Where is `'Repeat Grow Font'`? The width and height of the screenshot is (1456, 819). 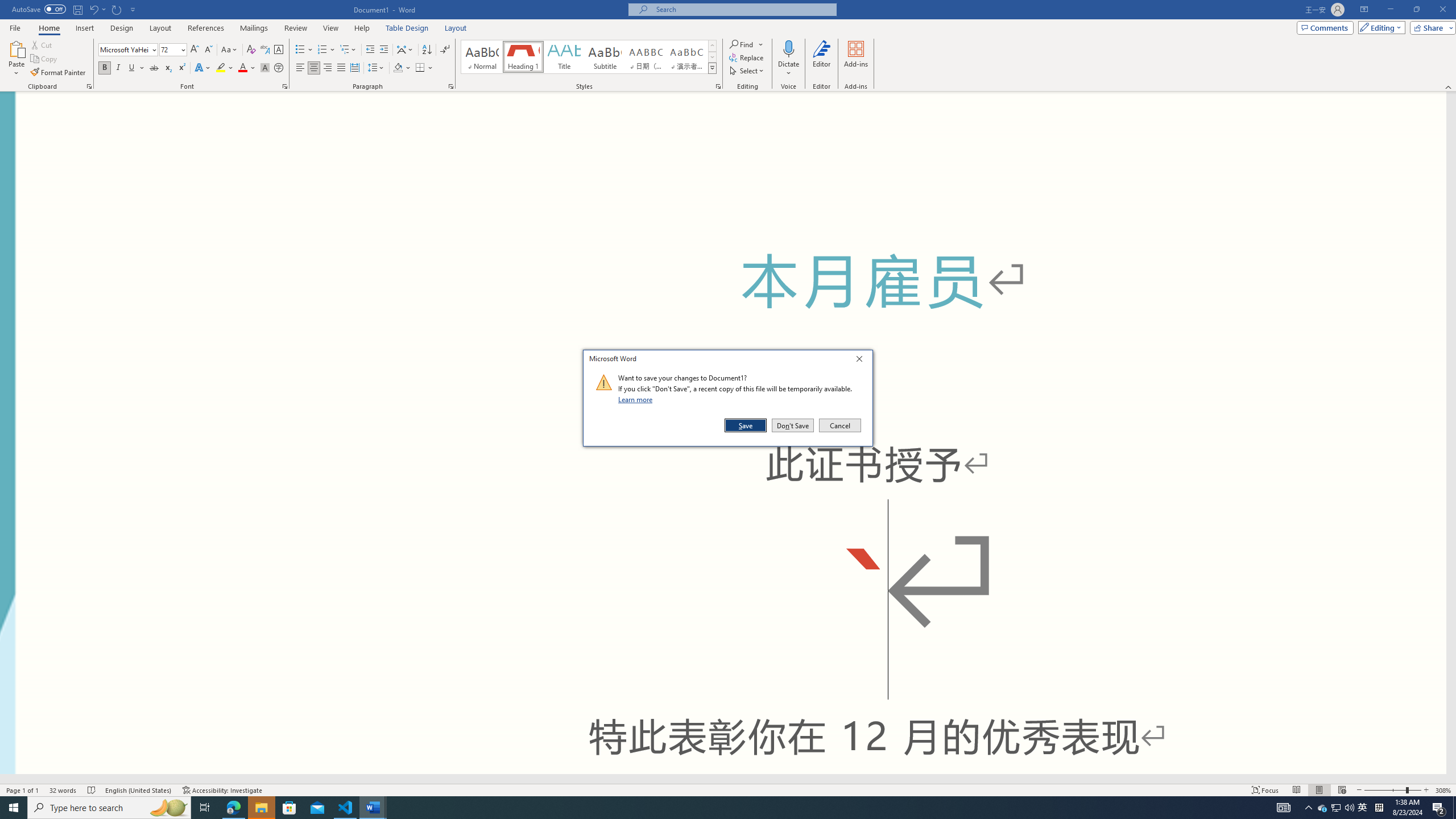
'Repeat Grow Font' is located at coordinates (117, 9).